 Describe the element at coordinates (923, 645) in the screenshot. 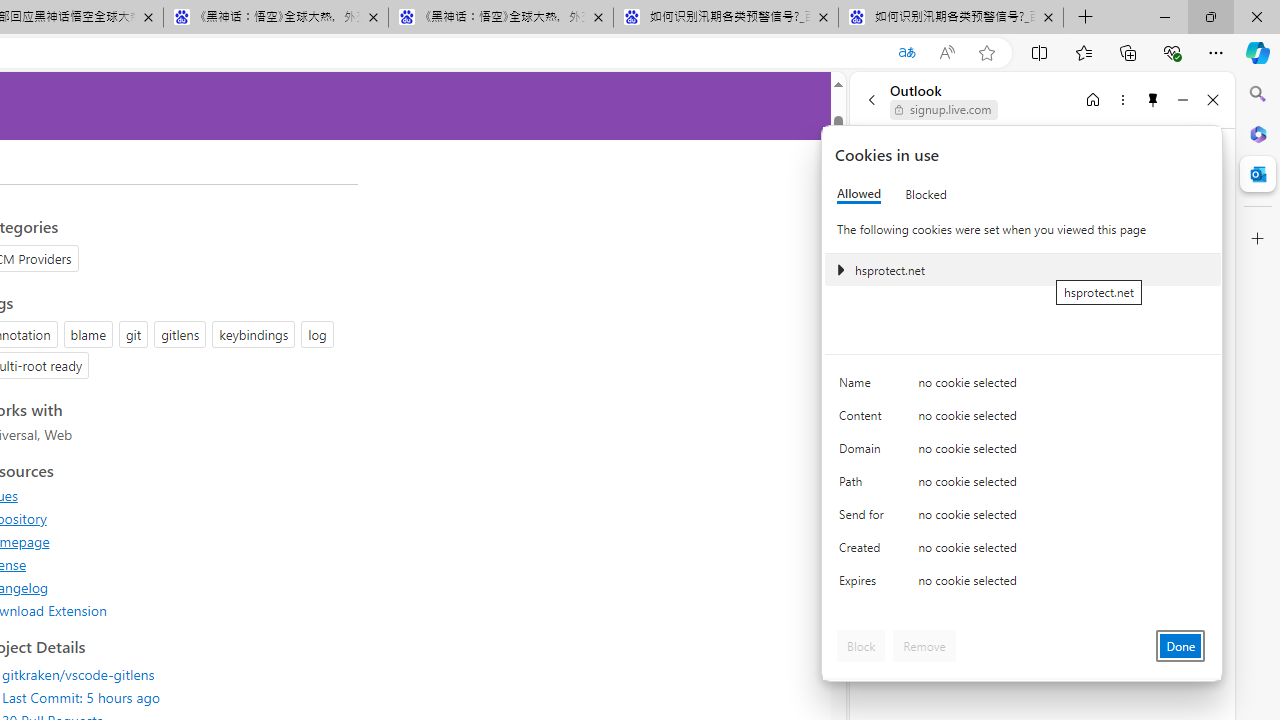

I see `'Remove'` at that location.